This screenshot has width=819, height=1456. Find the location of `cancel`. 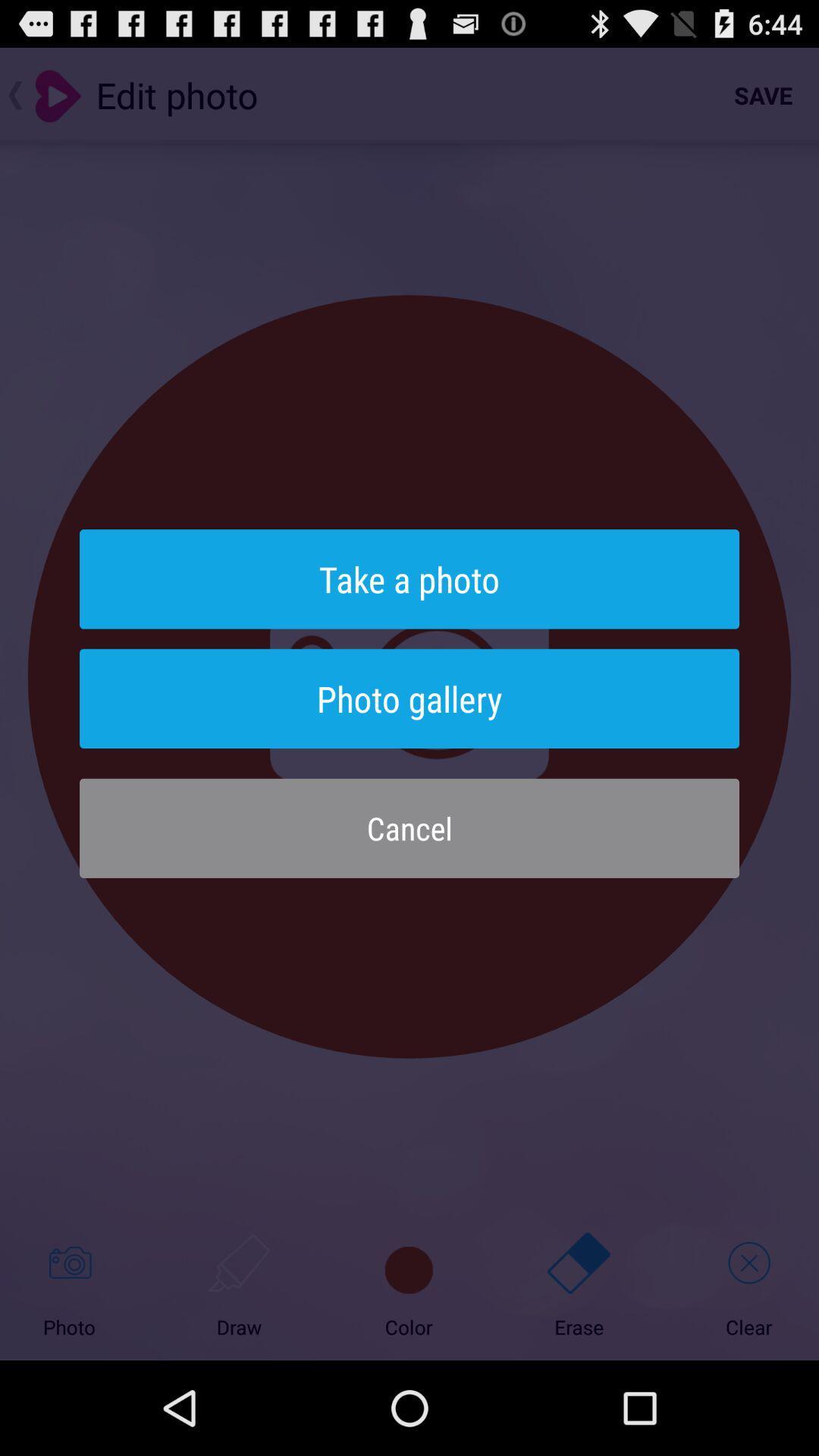

cancel is located at coordinates (409, 827).